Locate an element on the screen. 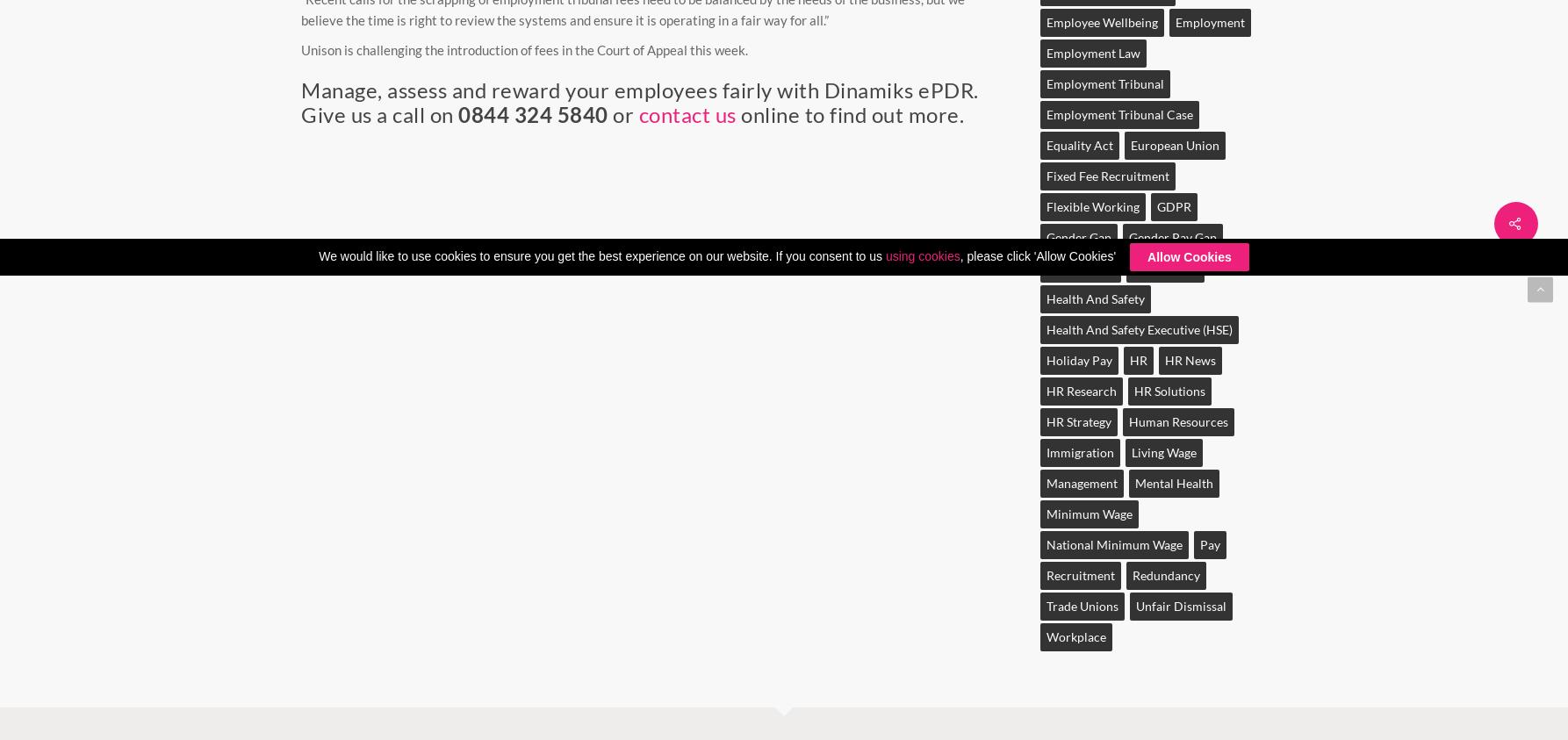  'or' is located at coordinates (622, 112).